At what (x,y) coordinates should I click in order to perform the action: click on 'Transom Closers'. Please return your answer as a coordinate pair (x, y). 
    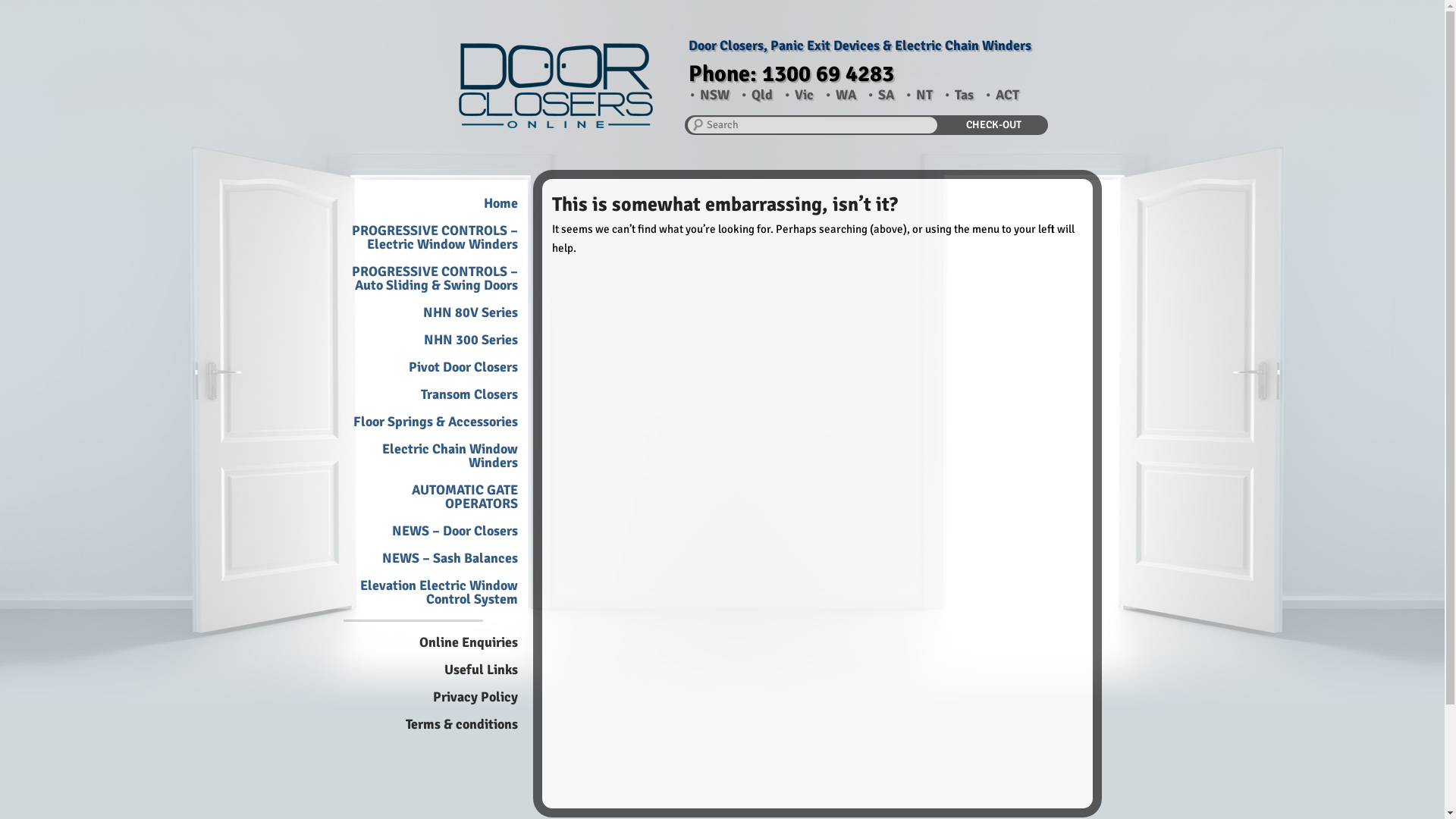
    Looking at the image, I should click on (468, 394).